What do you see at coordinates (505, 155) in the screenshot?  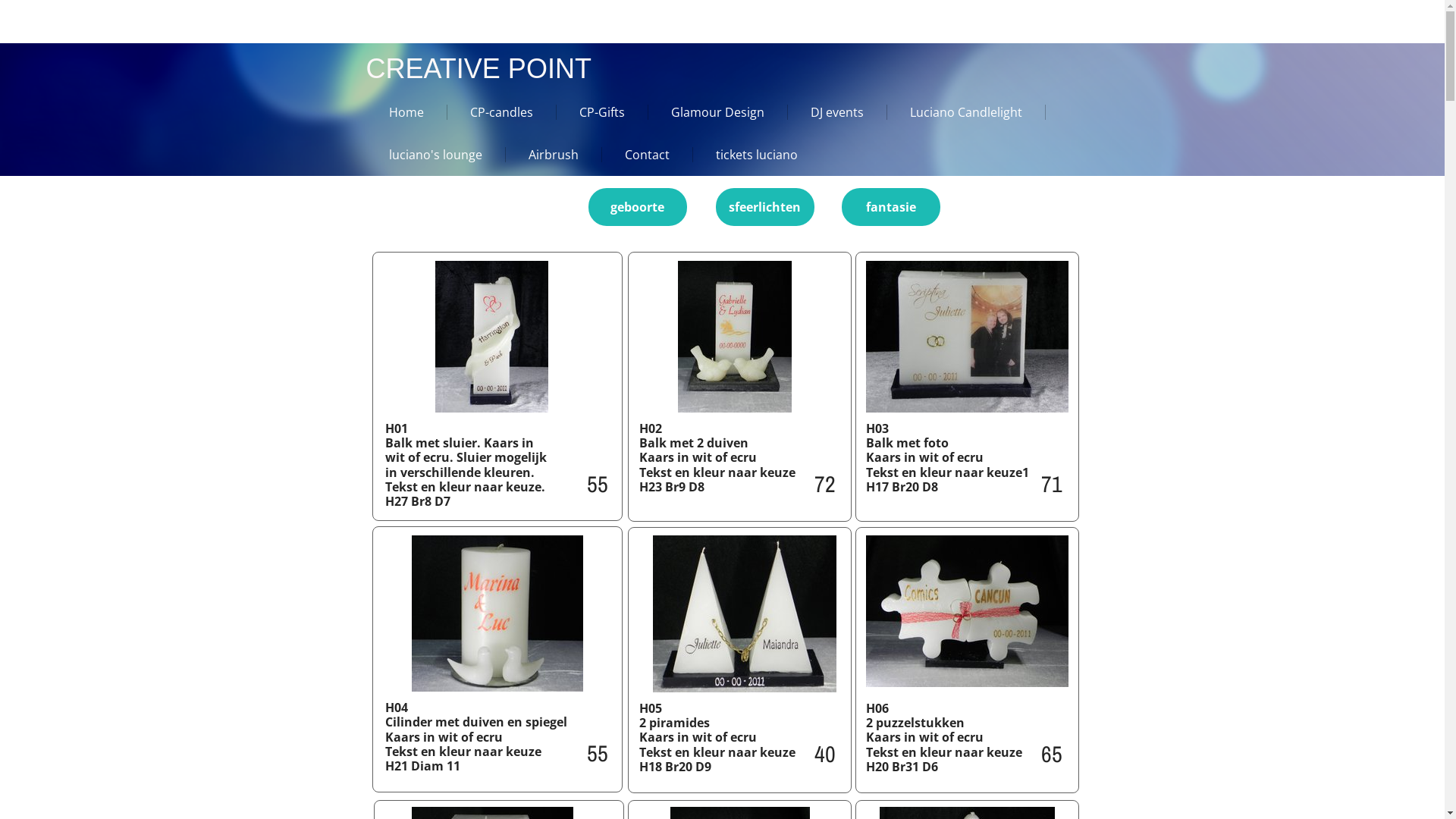 I see `'Airbrush'` at bounding box center [505, 155].